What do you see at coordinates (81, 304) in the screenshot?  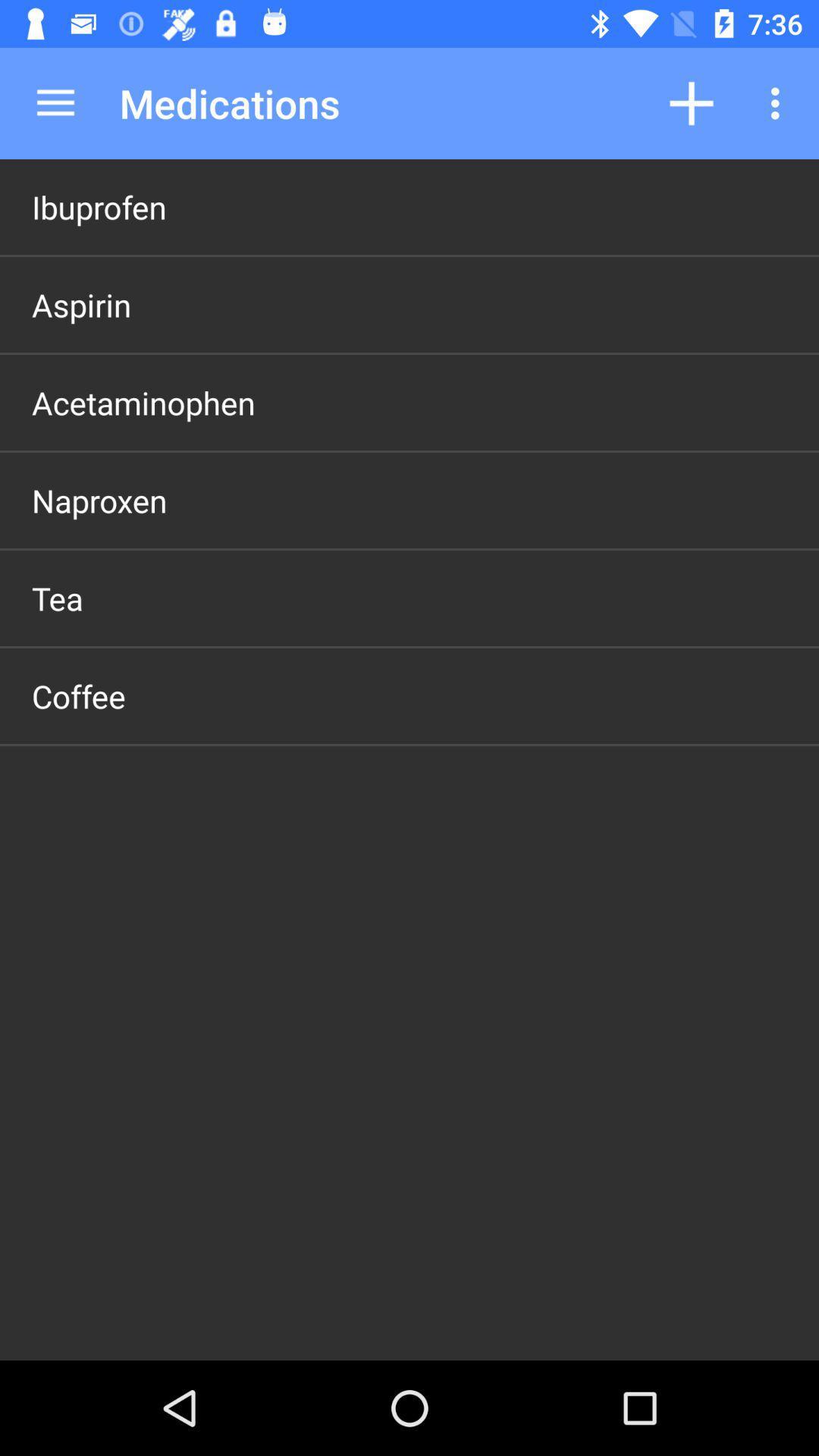 I see `aspirin item` at bounding box center [81, 304].